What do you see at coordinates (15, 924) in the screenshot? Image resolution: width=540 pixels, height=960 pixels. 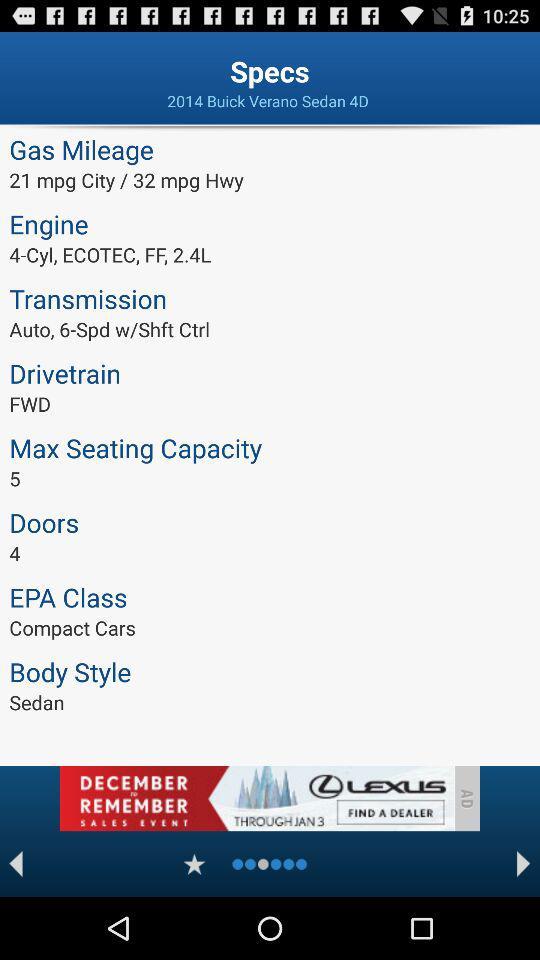 I see `the arrow_backward icon` at bounding box center [15, 924].